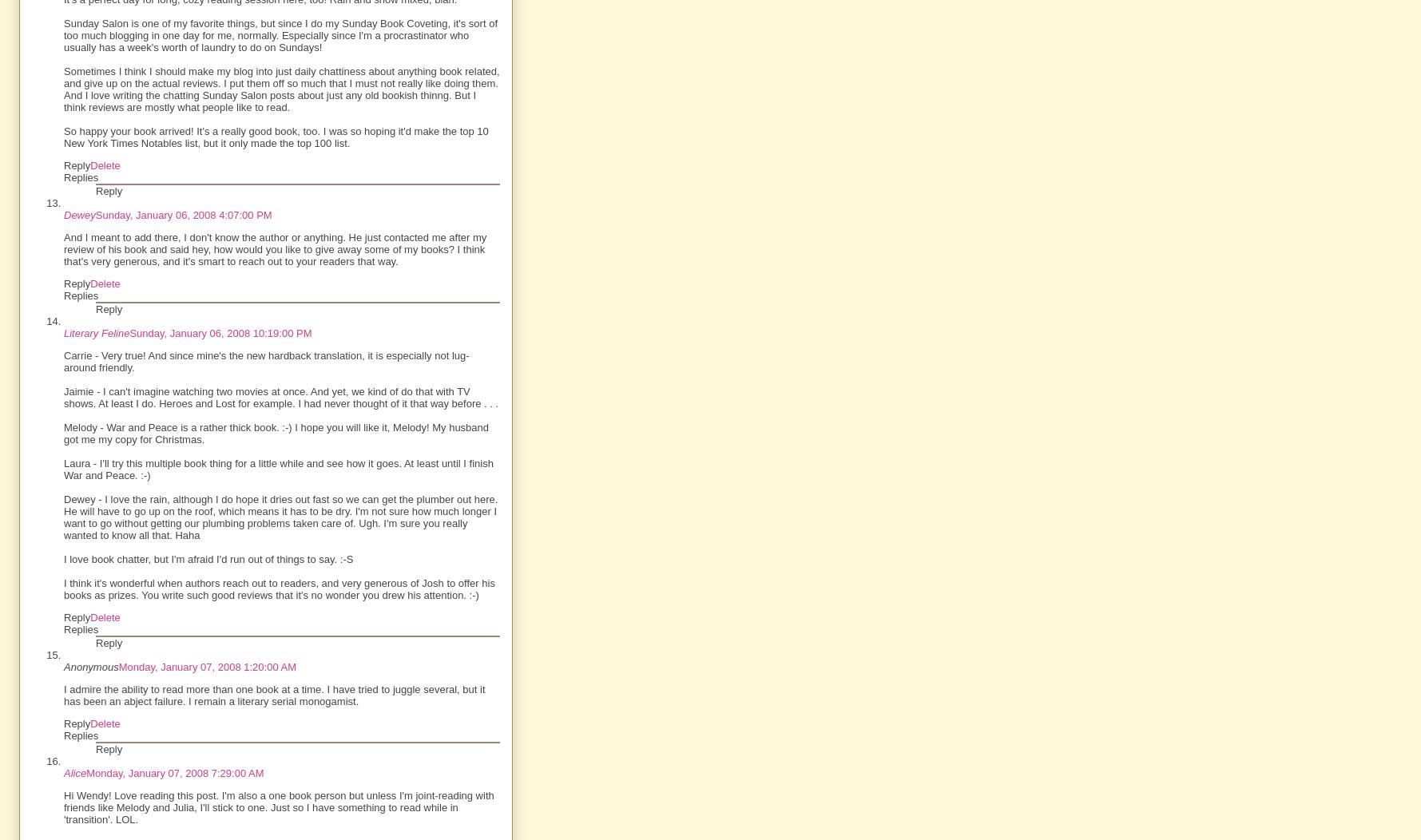 The image size is (1421, 840). Describe the element at coordinates (63, 468) in the screenshot. I see `'Laura - I'll try this multiple book thing for a little while and see how it goes.  At least until I finish War and Peace.  :-)'` at that location.